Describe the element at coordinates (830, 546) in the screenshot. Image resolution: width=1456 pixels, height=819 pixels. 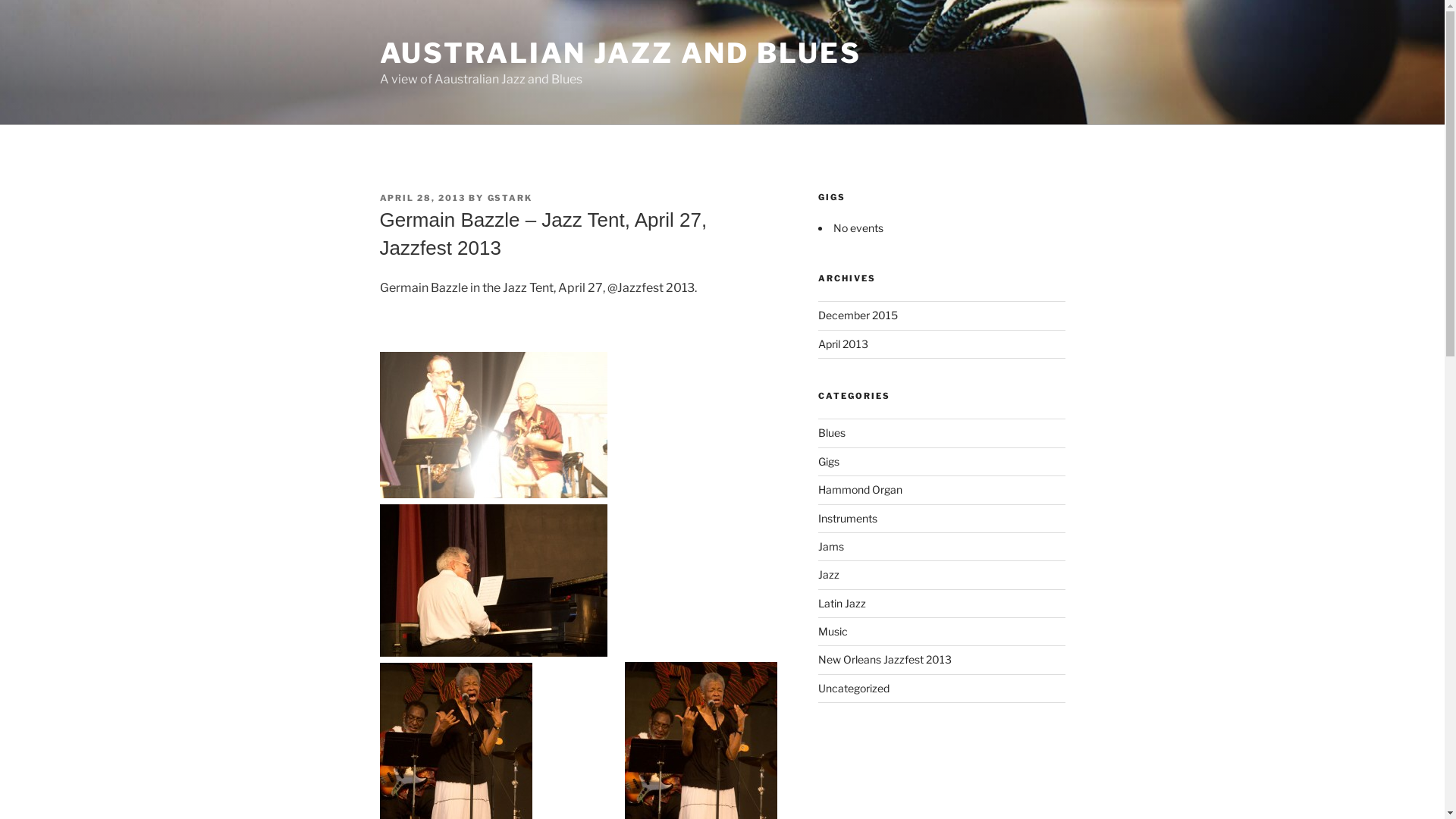
I see `'Jams'` at that location.